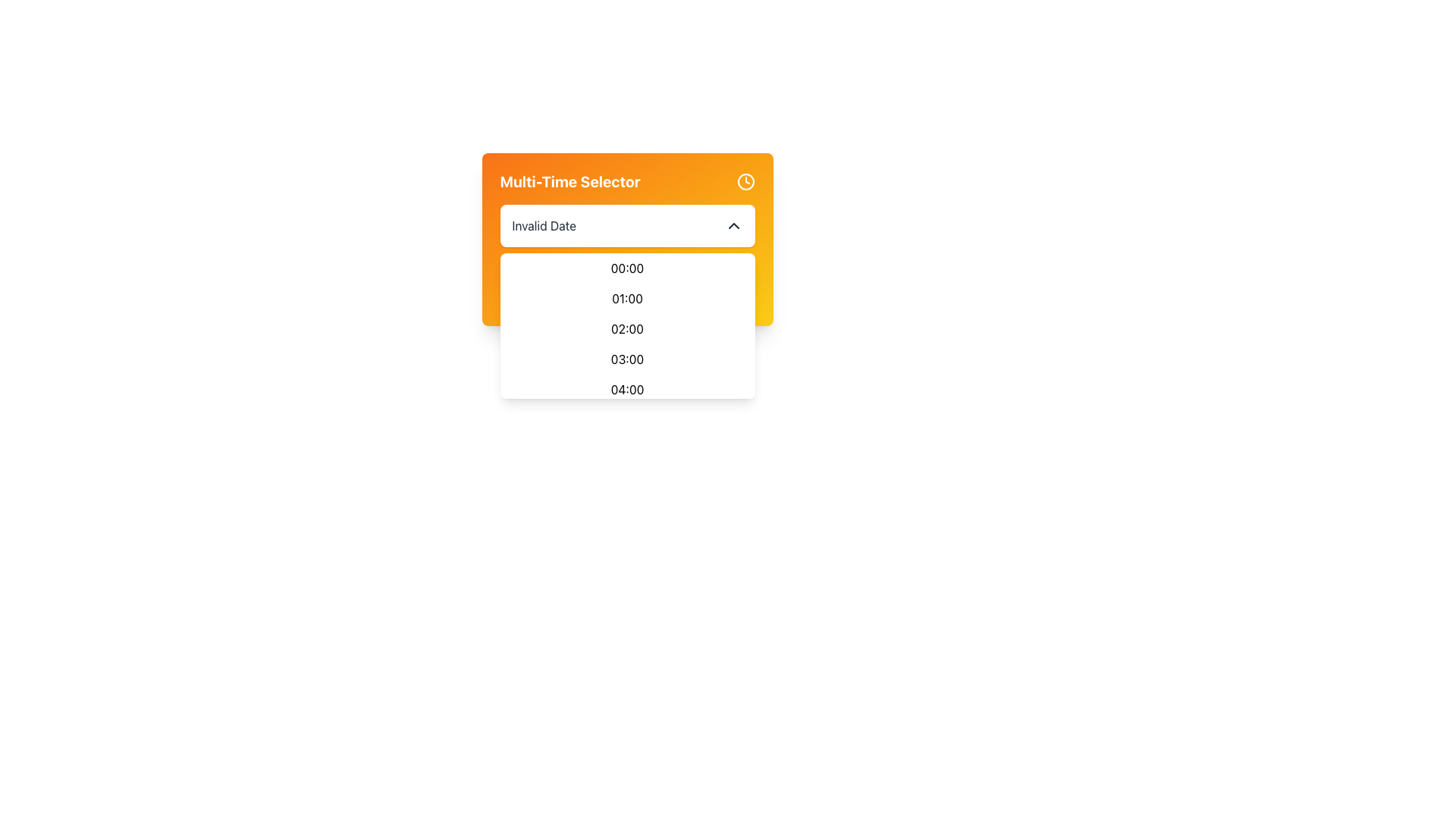 The image size is (1456, 819). I want to click on to select the time option '04:00' from the fifth item in the dropdown menu under the 'Multi-Time Selector' header, so click(627, 388).